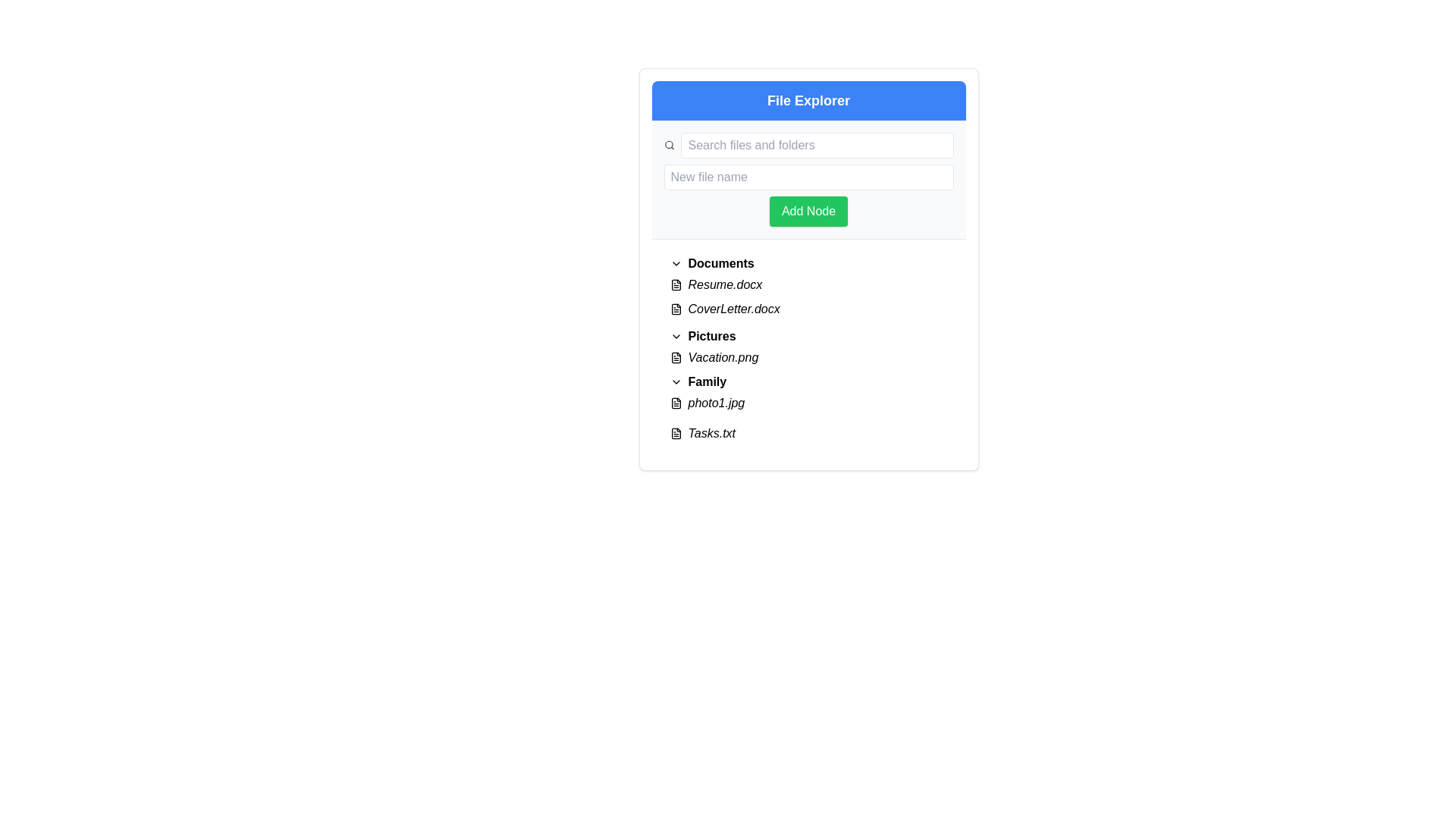  I want to click on the italicized text label displaying 'CoverLetter.docx', so click(734, 309).